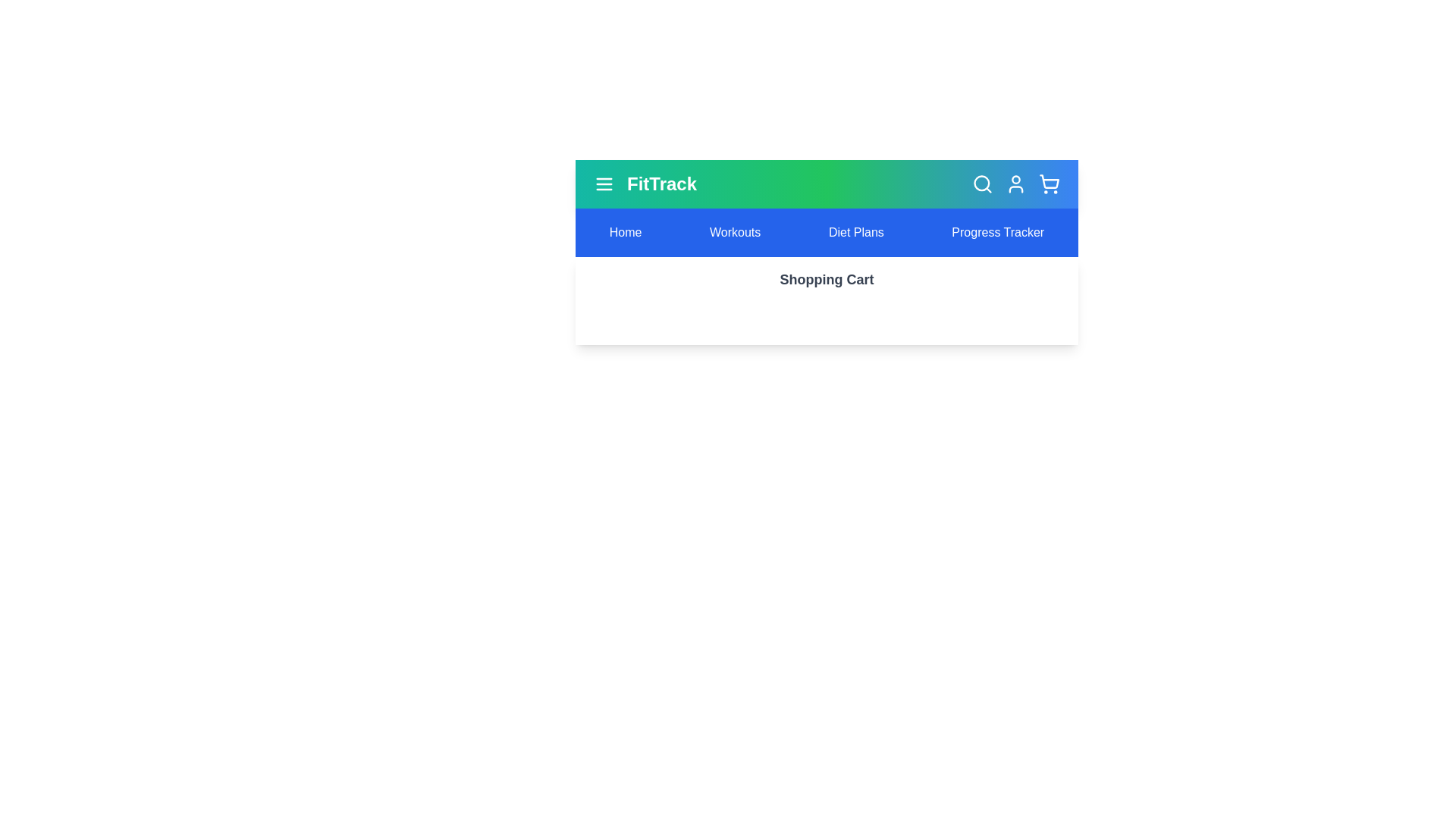  I want to click on the title text 'FitTrack' to interact with it, so click(662, 184).